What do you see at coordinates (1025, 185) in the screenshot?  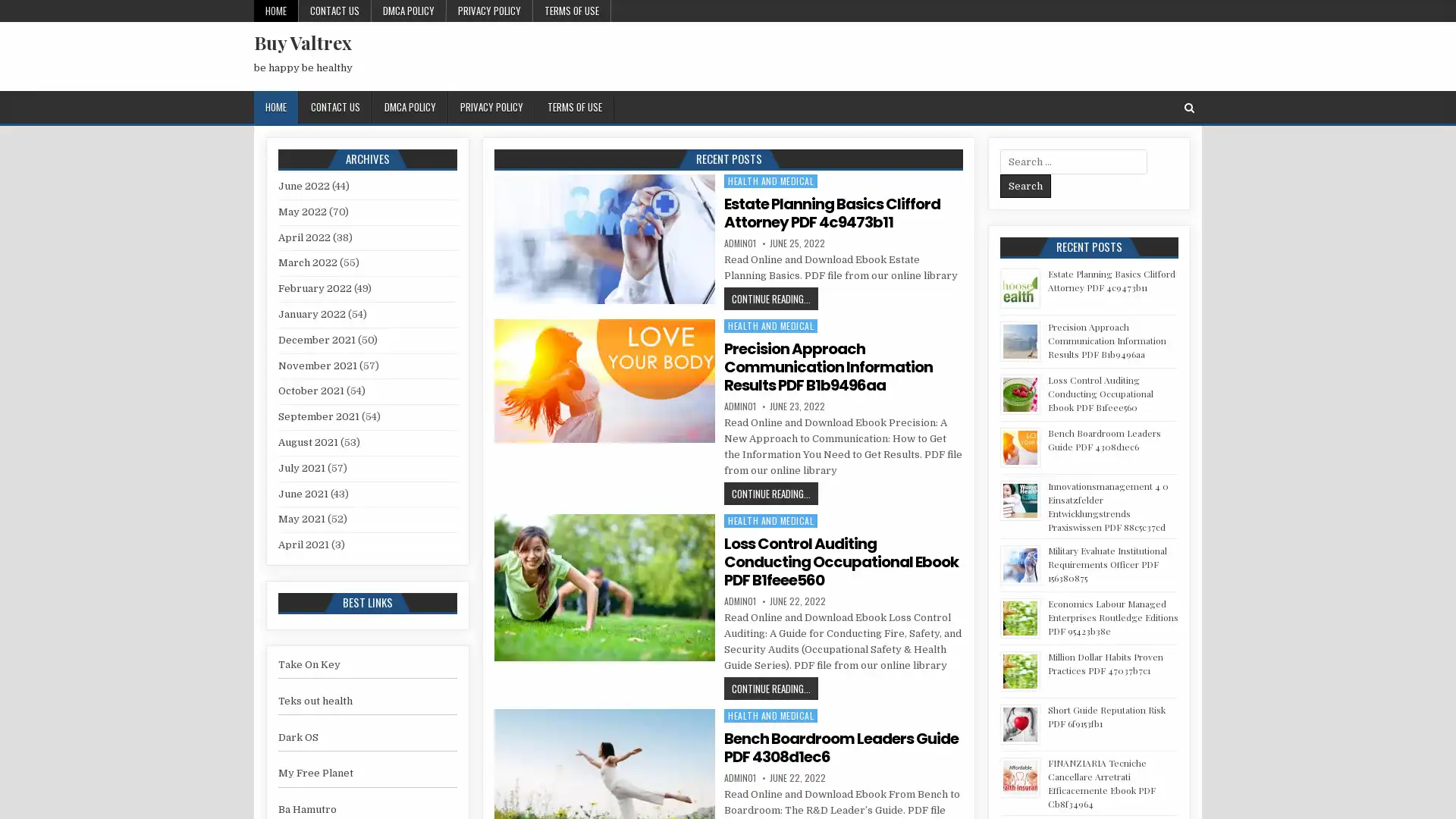 I see `Search` at bounding box center [1025, 185].